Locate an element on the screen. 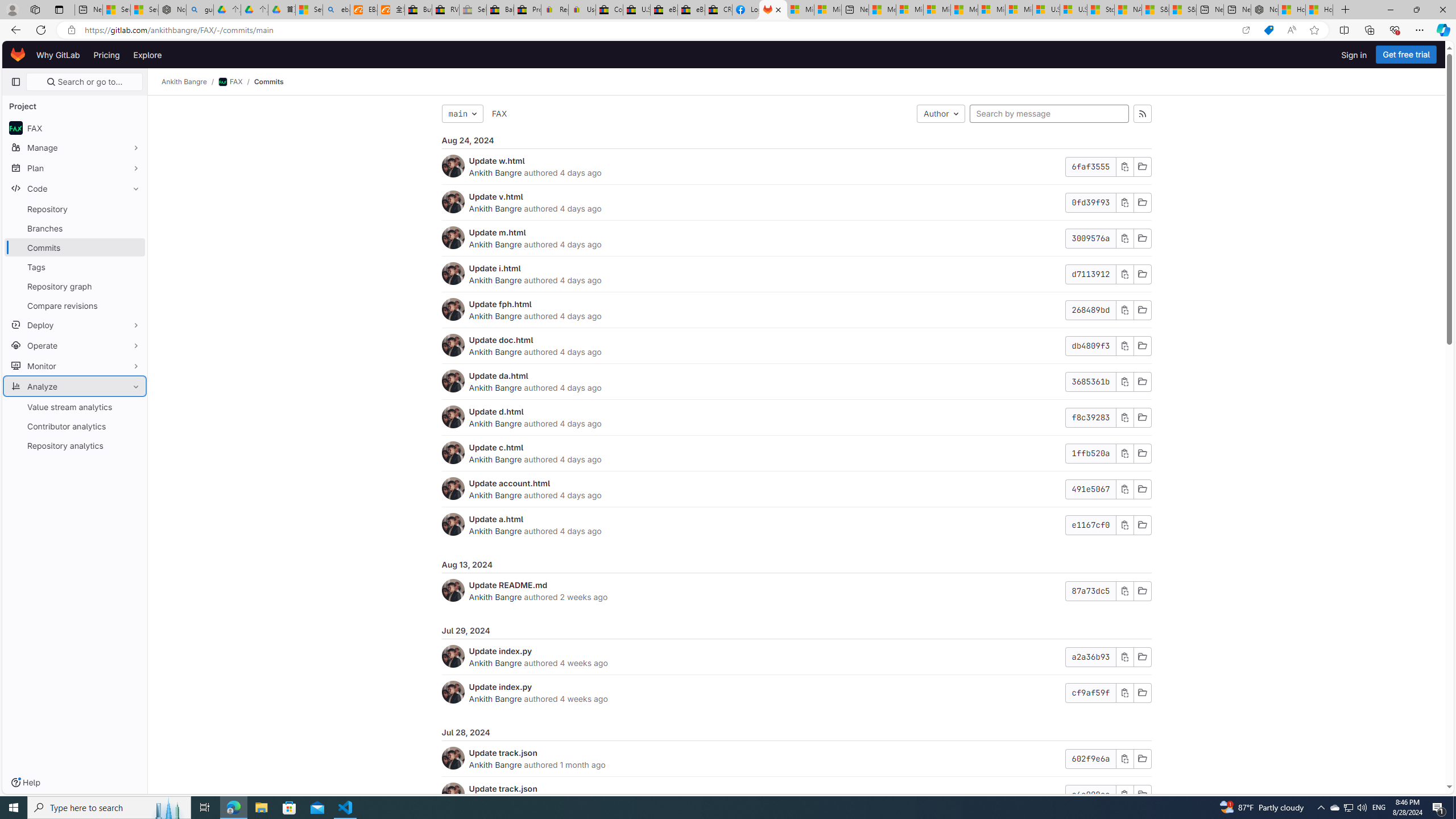  'Update doc.htmlAnkith Bangre authored 4 days agodb4809f3' is located at coordinates (796, 346).